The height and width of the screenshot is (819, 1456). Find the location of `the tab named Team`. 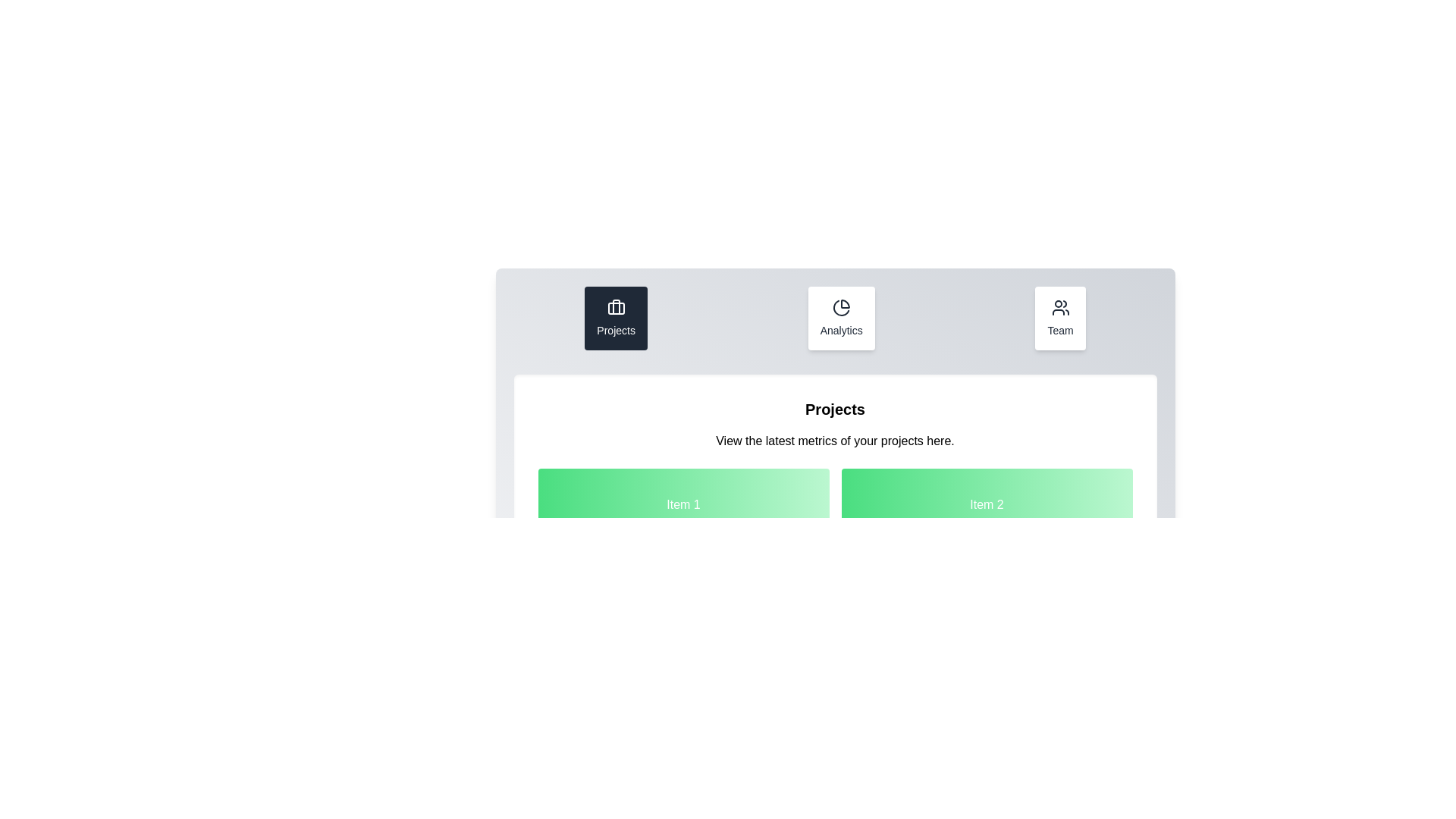

the tab named Team is located at coordinates (1059, 318).